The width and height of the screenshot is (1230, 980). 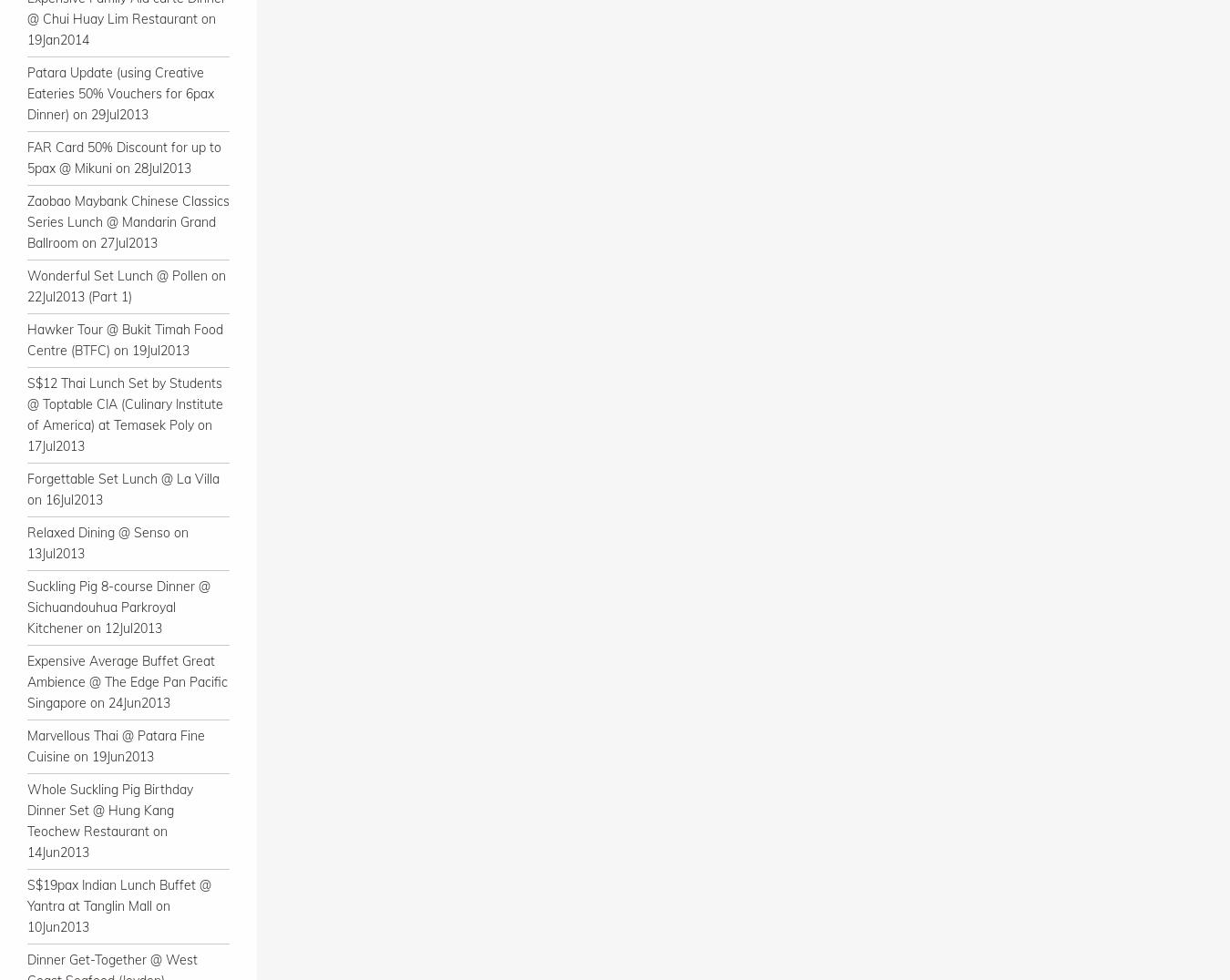 I want to click on 'Hawker Tour @ Bukit Timah Food Centre (BTFC) on 19Jul2013', so click(x=125, y=339).